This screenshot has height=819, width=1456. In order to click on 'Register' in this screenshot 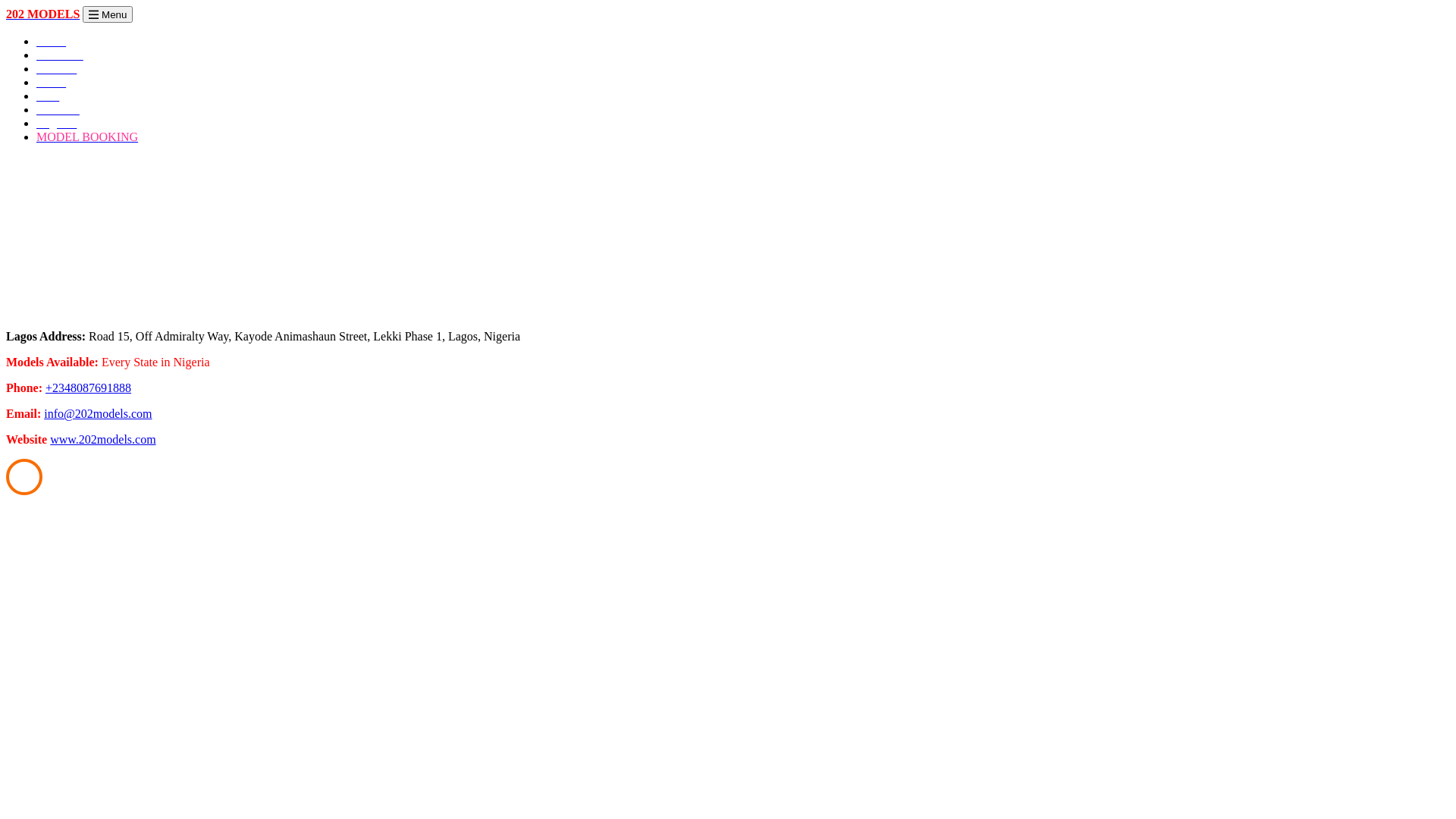, I will do `click(36, 122)`.